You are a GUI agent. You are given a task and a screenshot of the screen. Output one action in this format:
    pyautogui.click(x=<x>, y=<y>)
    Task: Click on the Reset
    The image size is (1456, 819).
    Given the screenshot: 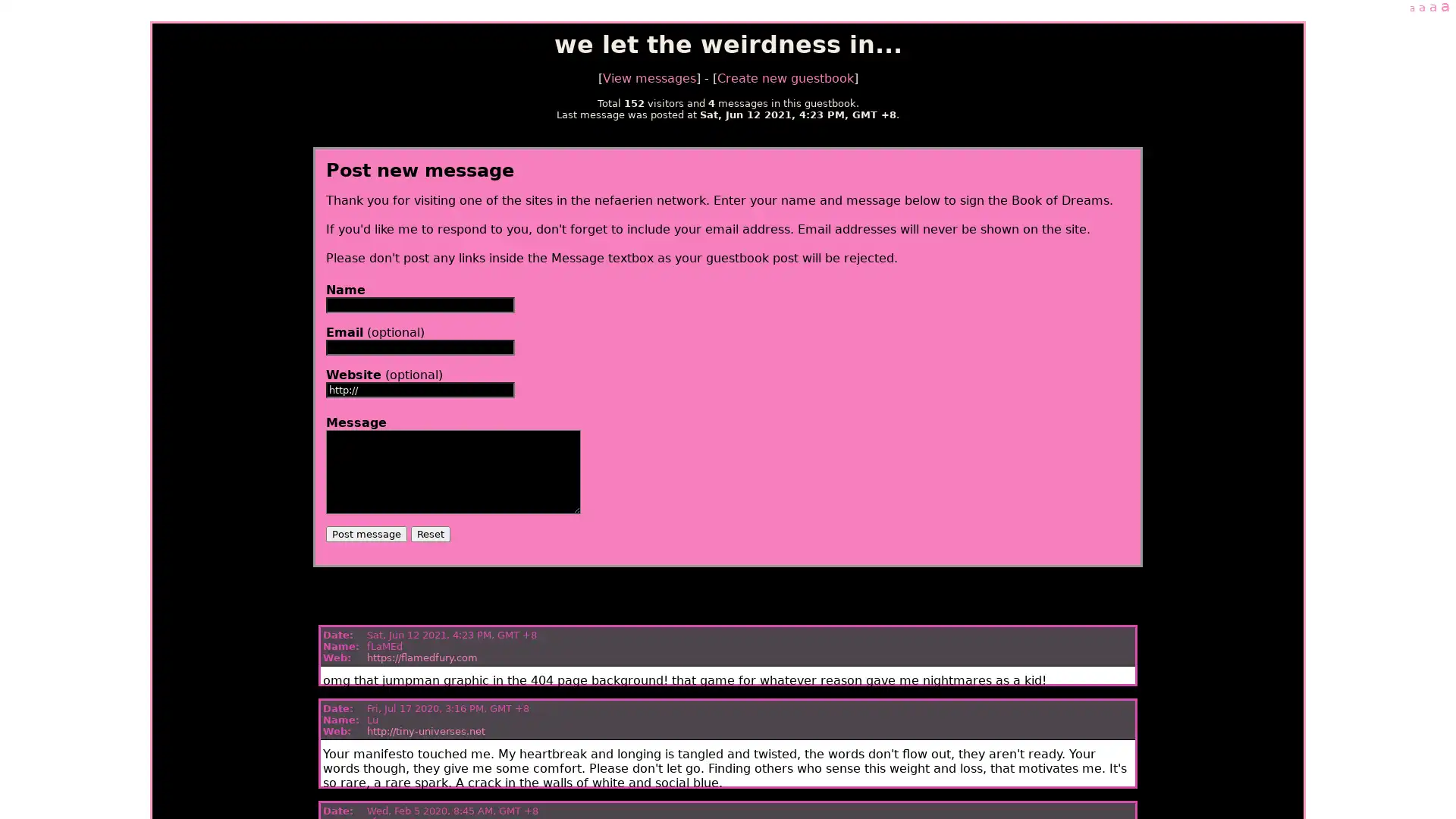 What is the action you would take?
    pyautogui.click(x=428, y=533)
    